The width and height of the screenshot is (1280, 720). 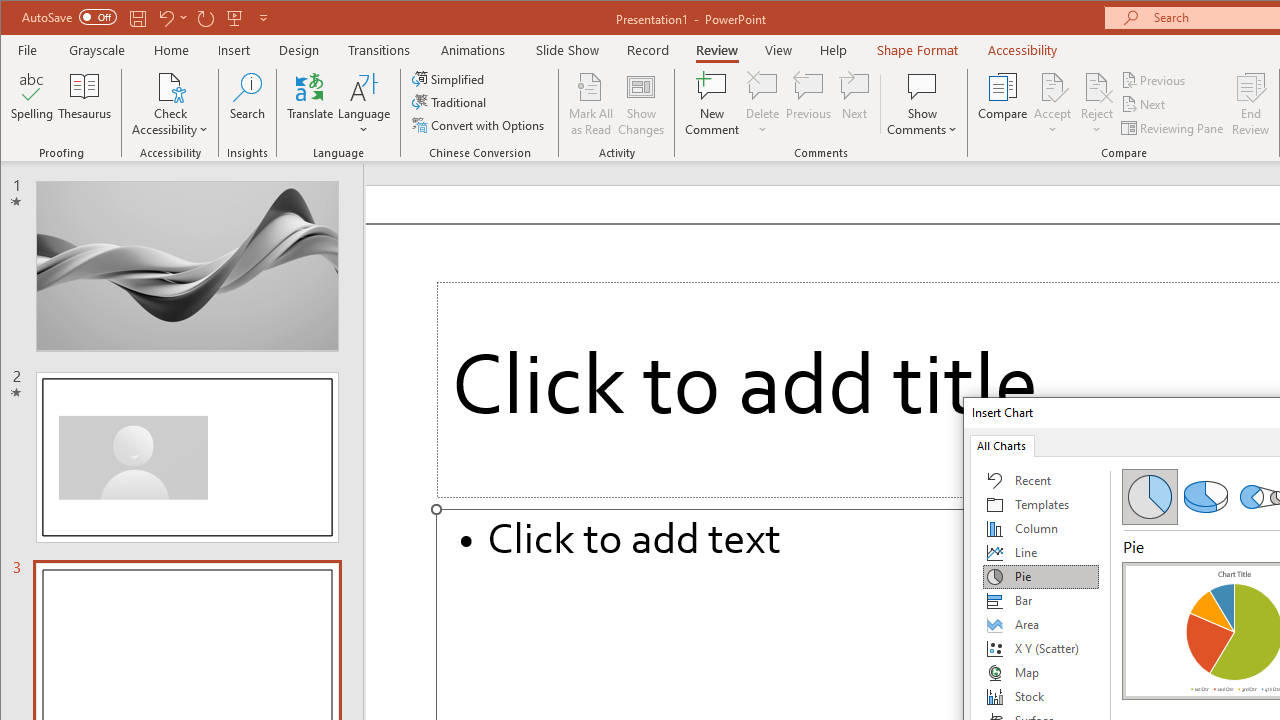 I want to click on 'Convert with Options...', so click(x=480, y=125).